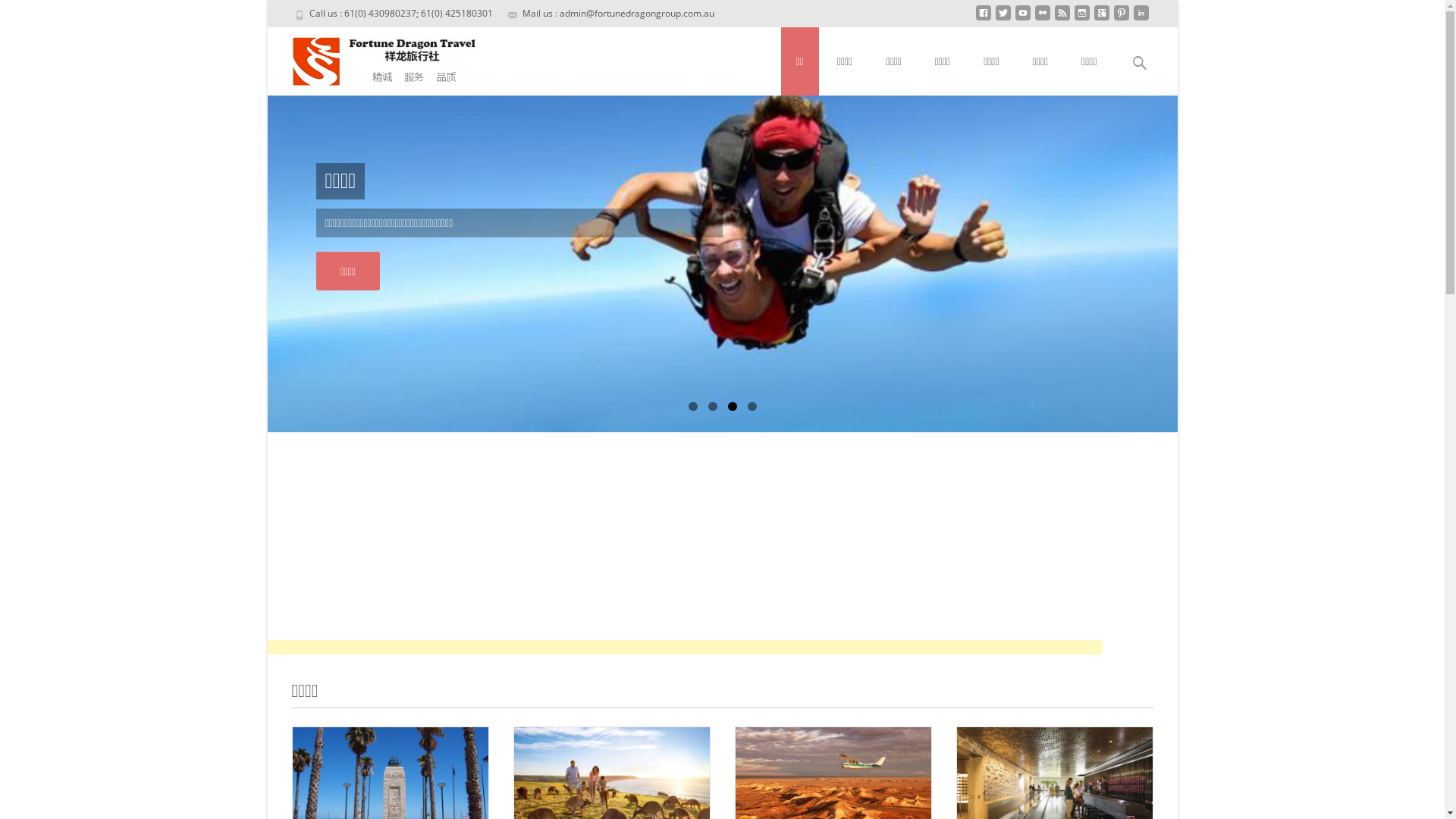 This screenshot has height=819, width=1456. I want to click on 'twitter', so click(1002, 18).